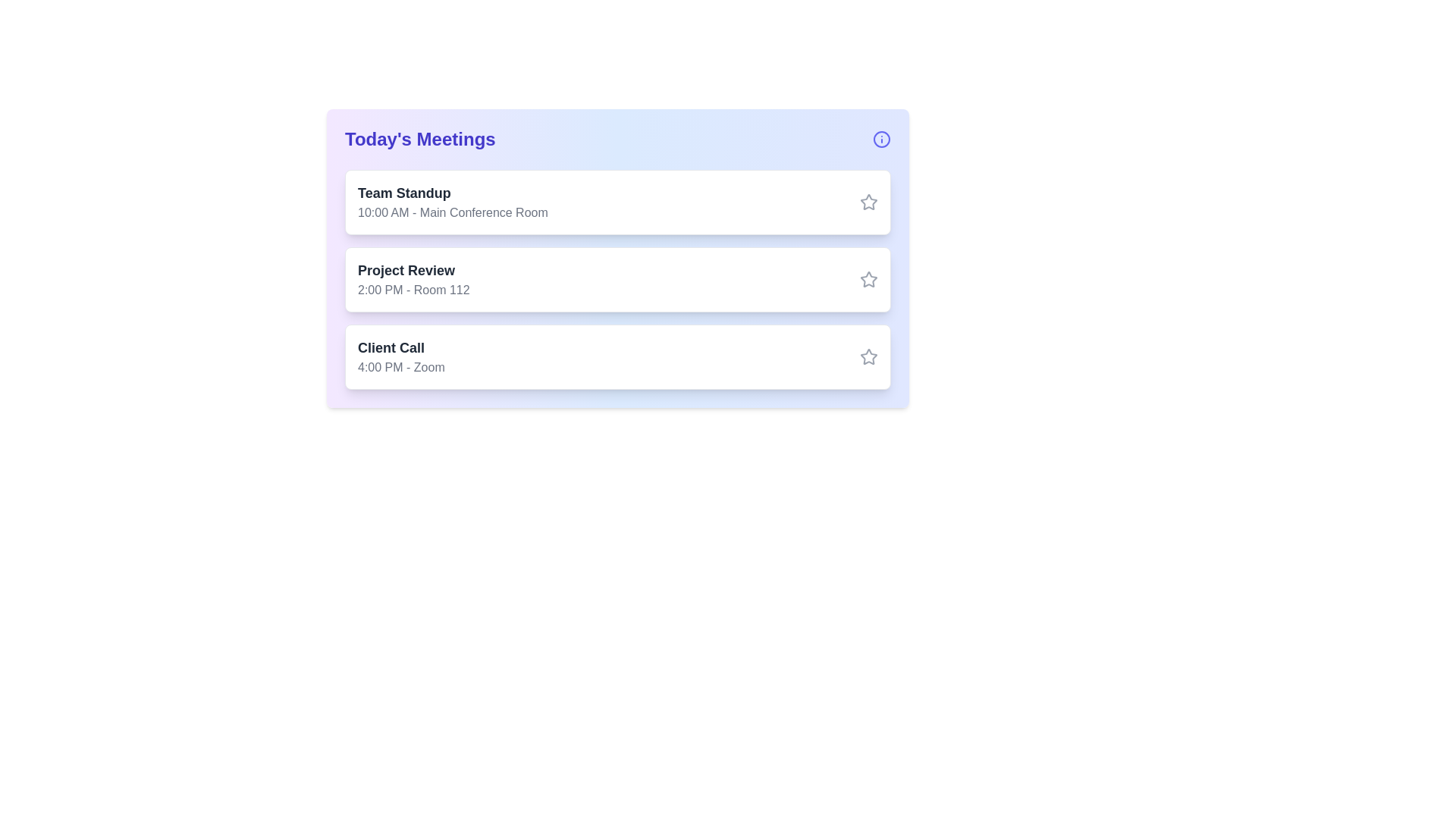 The height and width of the screenshot is (819, 1456). Describe the element at coordinates (869, 280) in the screenshot. I see `the button located at the right end of the 'Project Review' card, next to the text '2:00 PM - Room 112'` at that location.